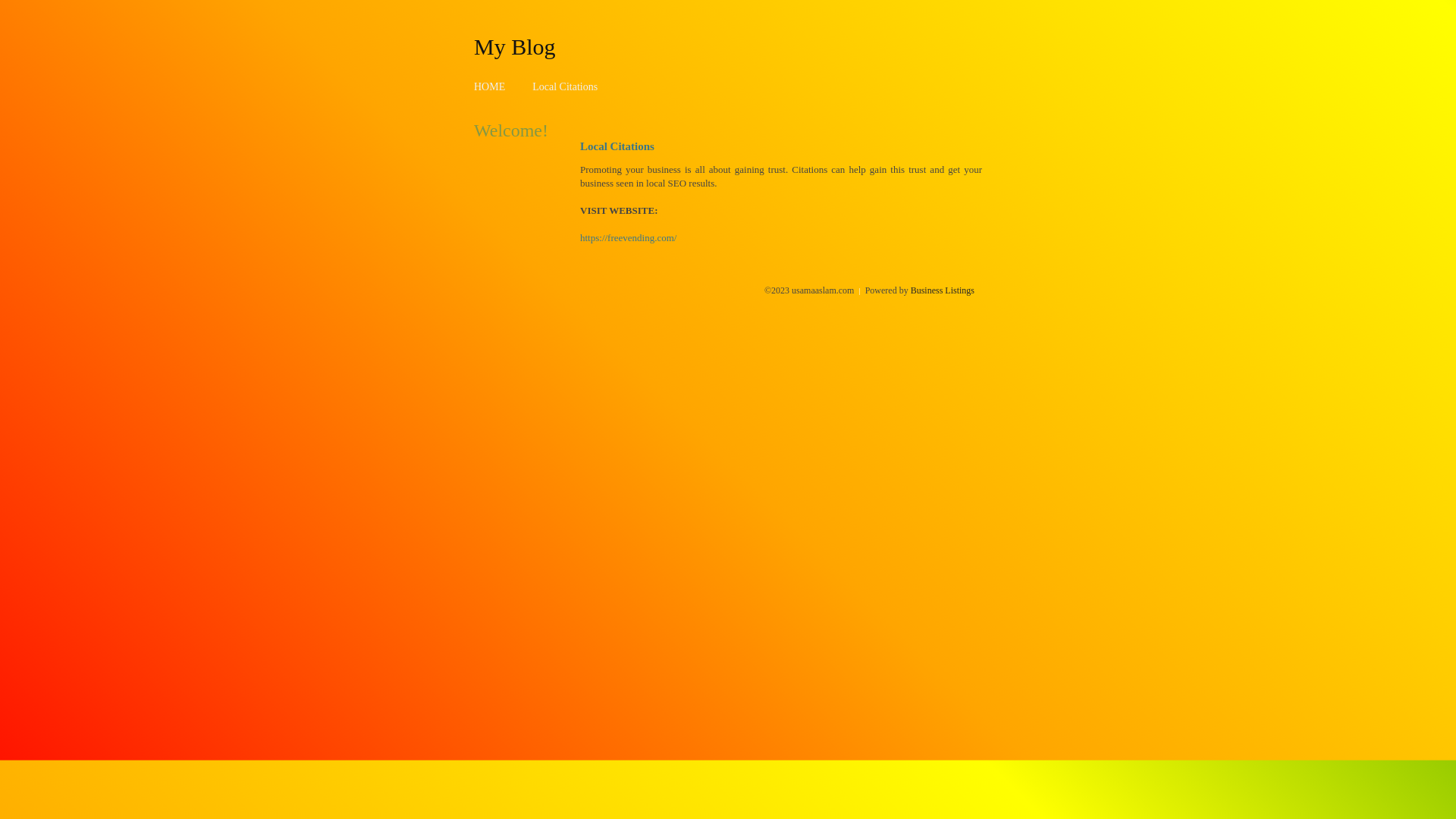  Describe the element at coordinates (472, 86) in the screenshot. I see `'HOME'` at that location.